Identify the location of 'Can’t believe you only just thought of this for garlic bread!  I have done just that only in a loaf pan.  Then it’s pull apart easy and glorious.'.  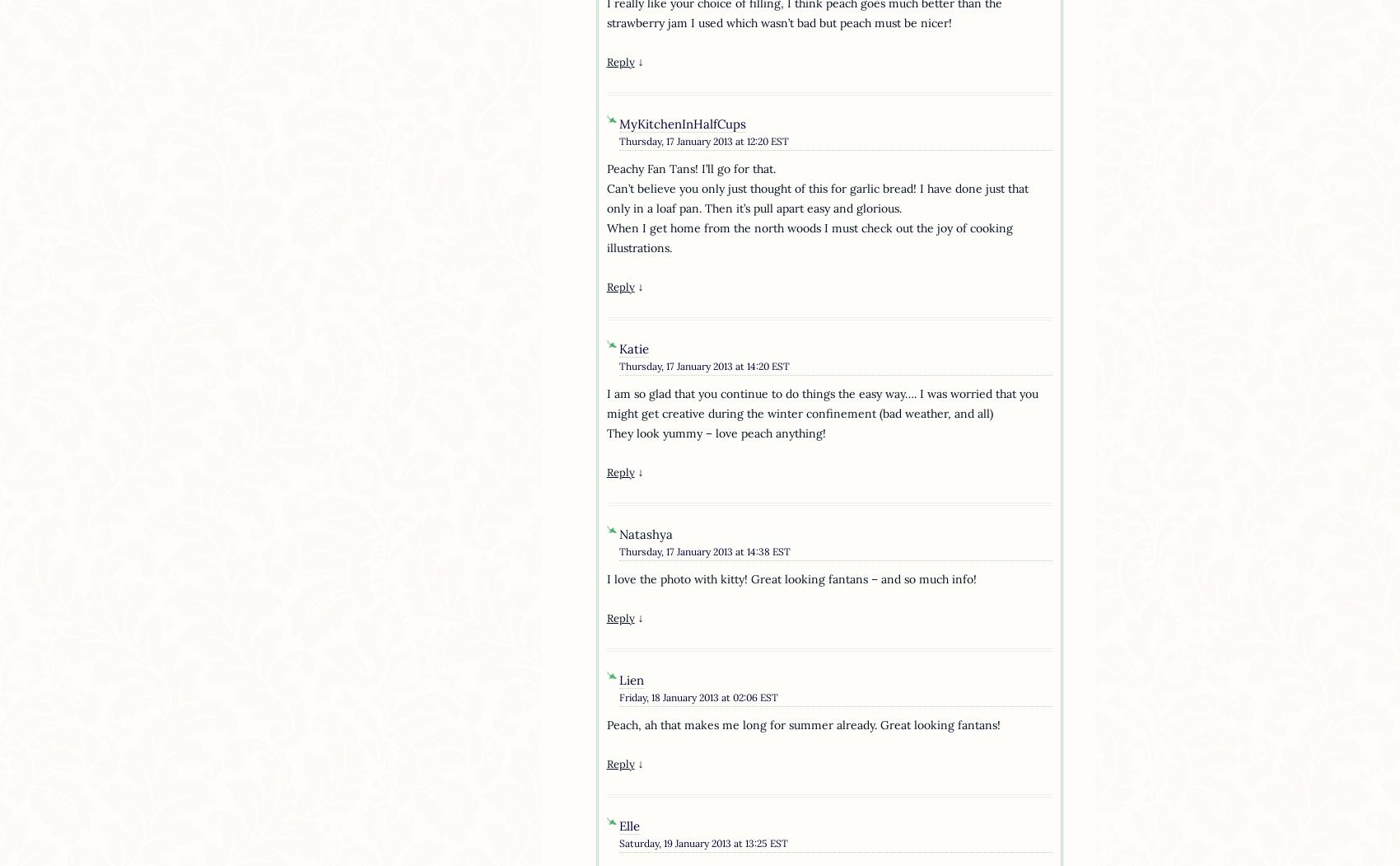
(815, 197).